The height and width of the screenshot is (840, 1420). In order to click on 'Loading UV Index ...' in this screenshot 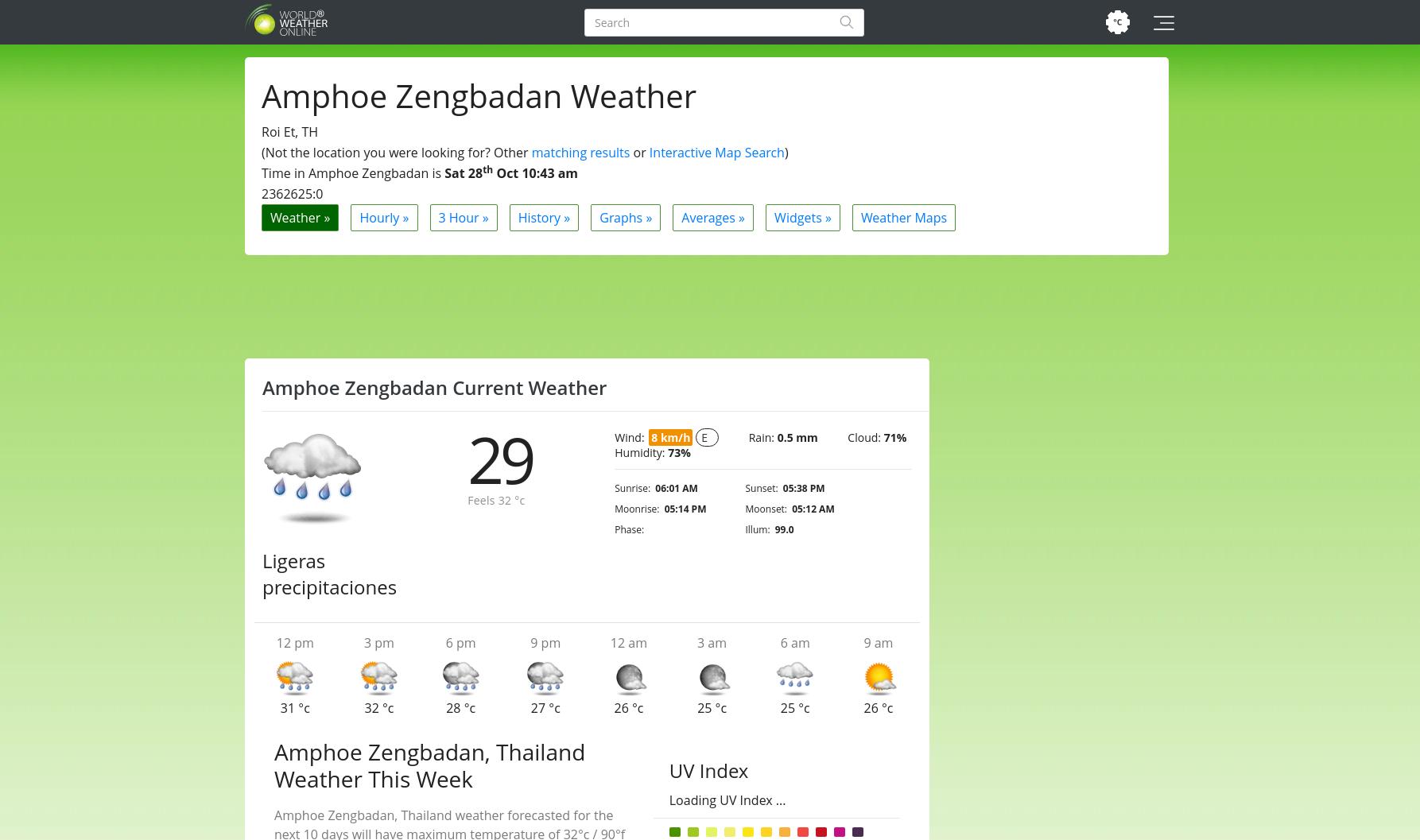, I will do `click(727, 799)`.